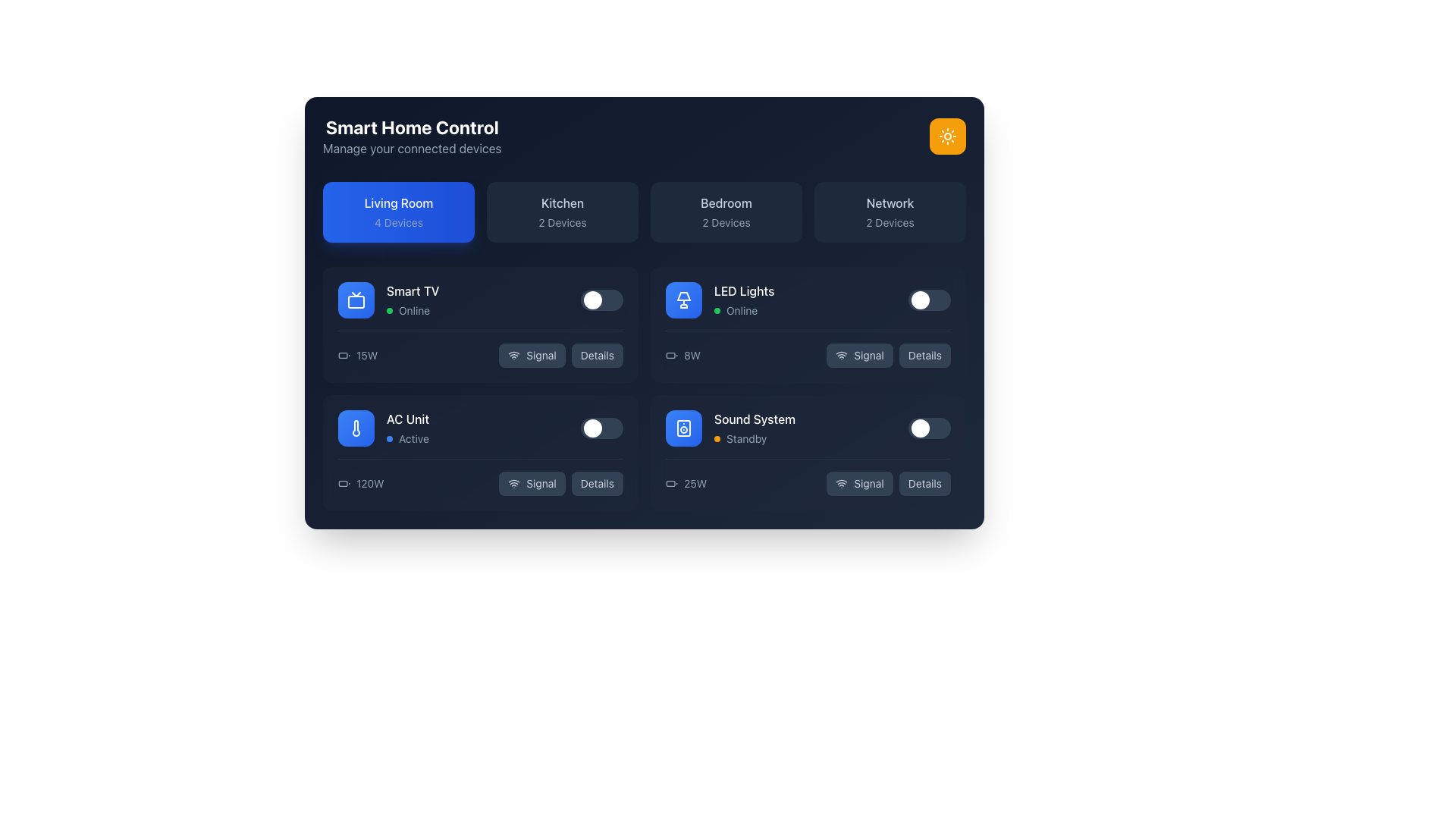 The height and width of the screenshot is (819, 1456). I want to click on the text label indicating the status of the 'LED Lights' smart lighting device in the Living Room category to read its content, so click(744, 300).